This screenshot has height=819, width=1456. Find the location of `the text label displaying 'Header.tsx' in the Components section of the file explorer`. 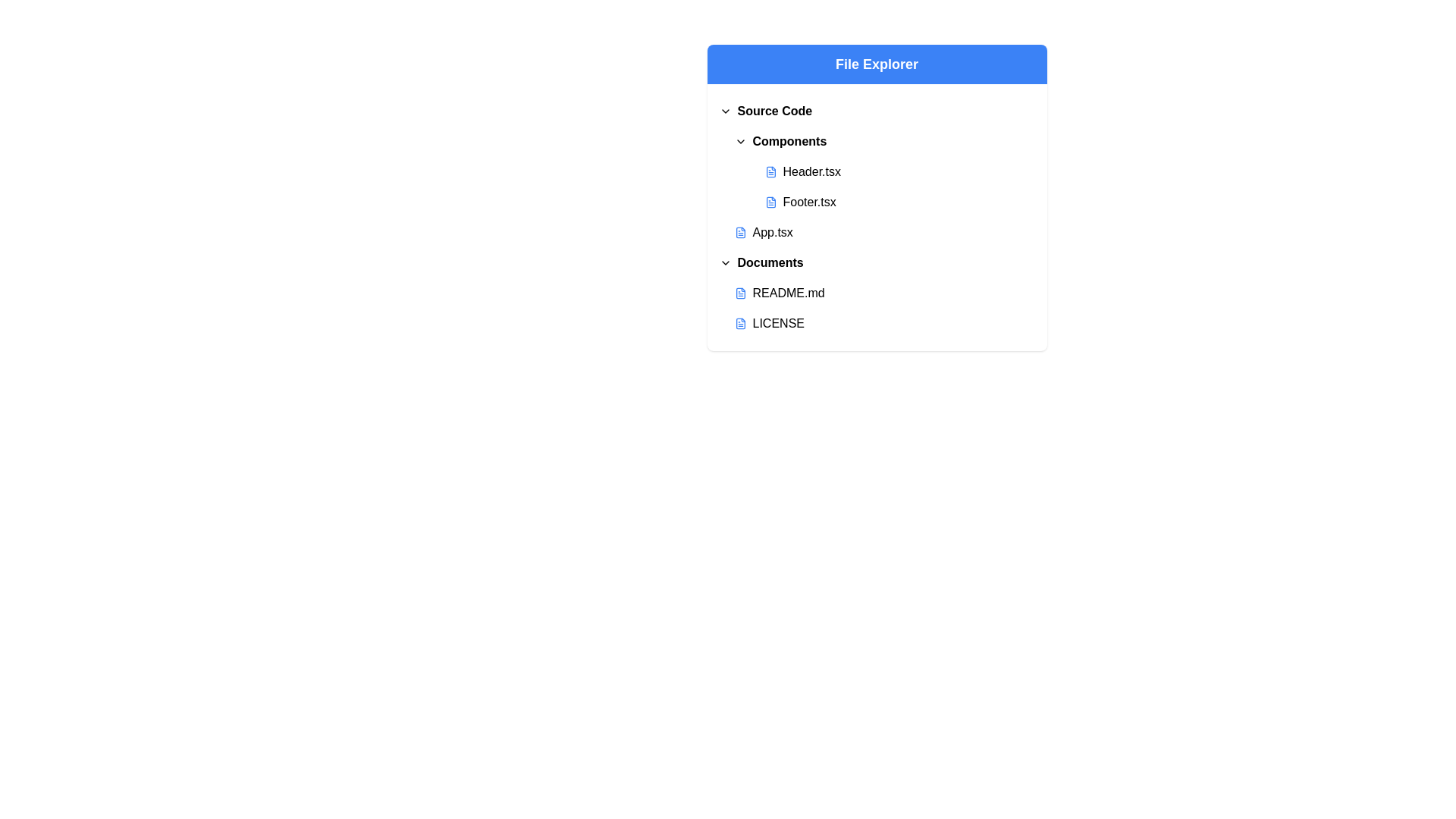

the text label displaying 'Header.tsx' in the Components section of the file explorer is located at coordinates (811, 171).